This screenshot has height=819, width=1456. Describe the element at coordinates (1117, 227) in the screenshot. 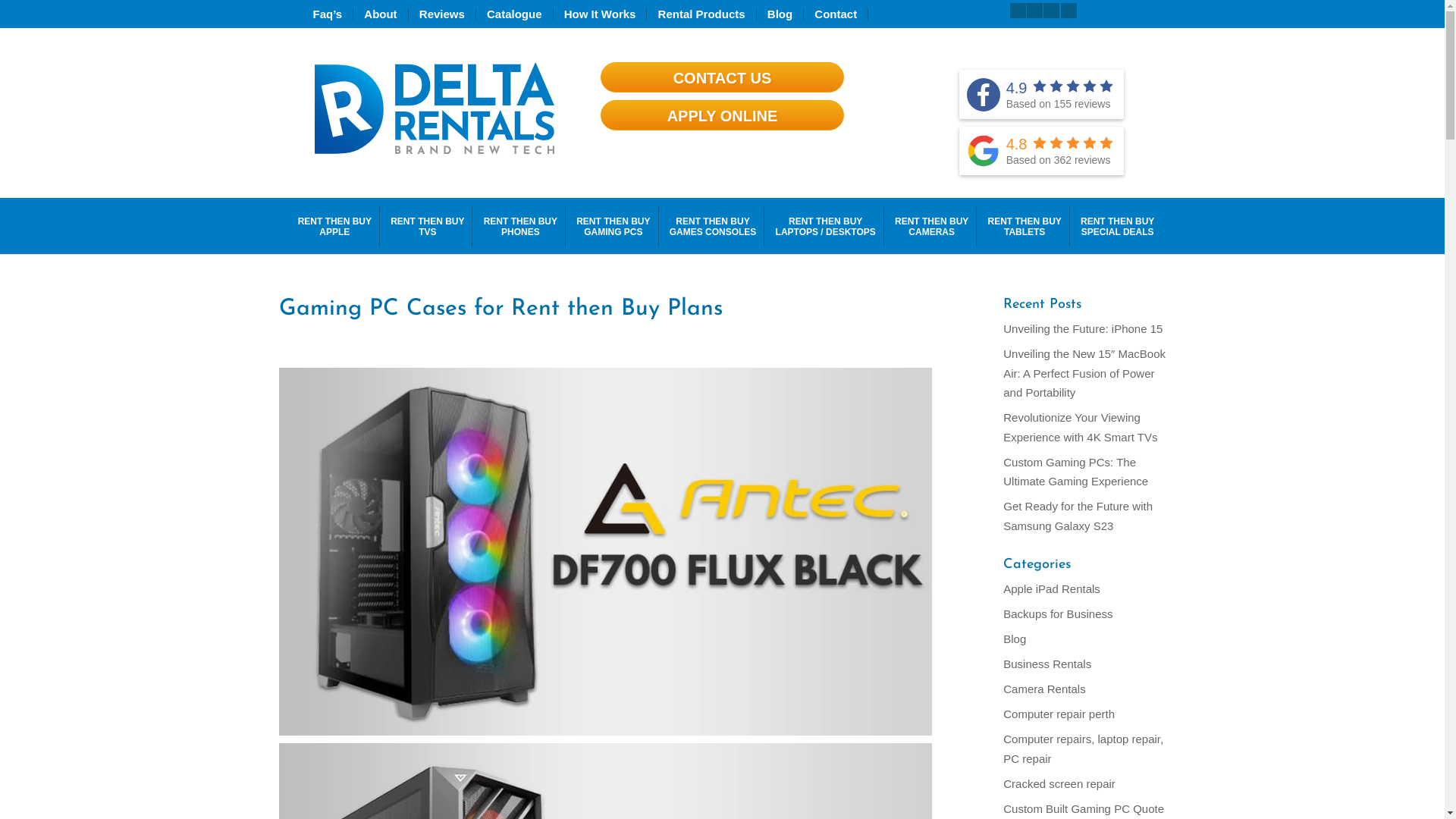

I see `'RENT THEN BUY` at that location.